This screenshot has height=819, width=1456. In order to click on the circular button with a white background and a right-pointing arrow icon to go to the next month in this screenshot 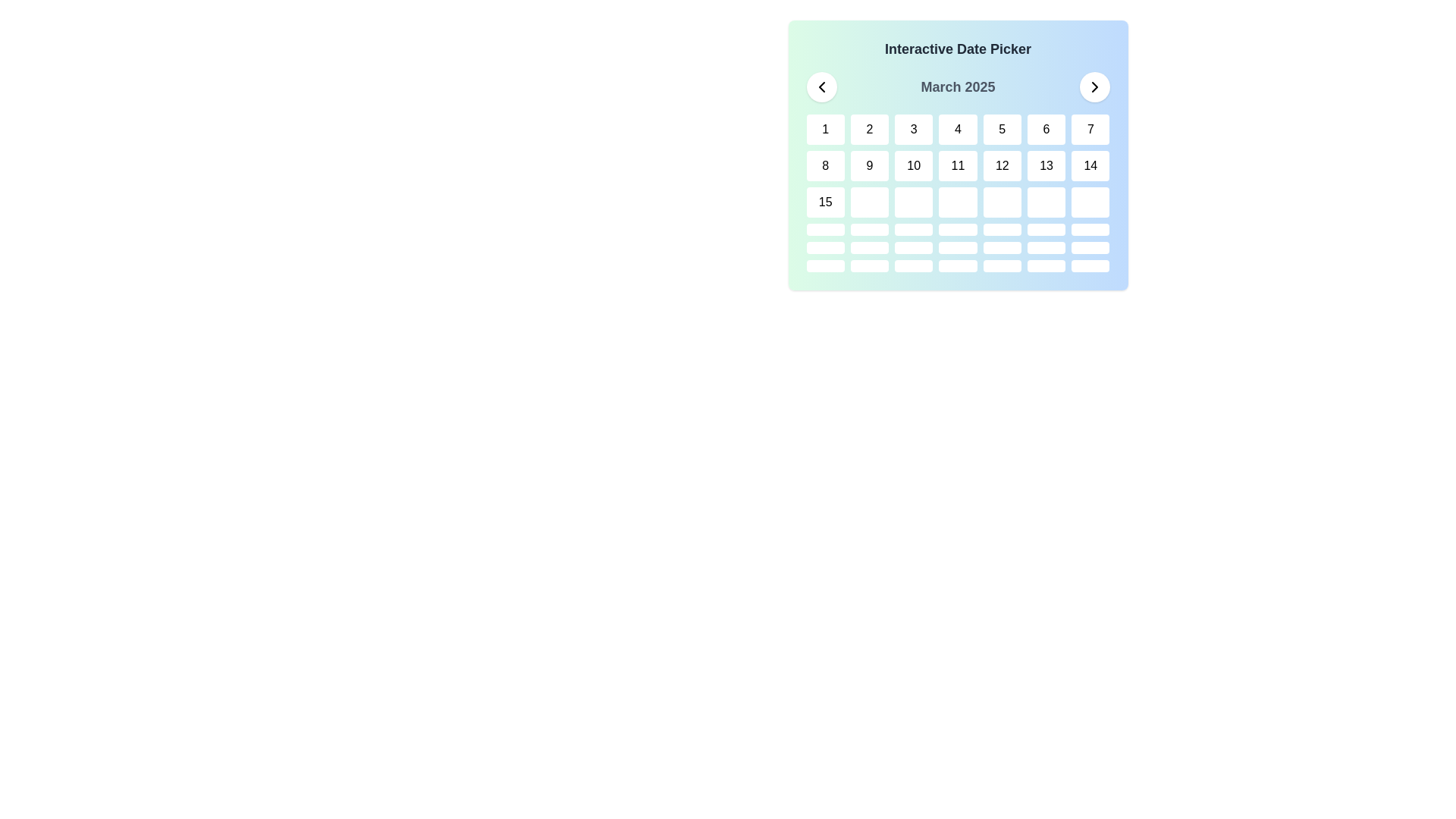, I will do `click(1094, 87)`.